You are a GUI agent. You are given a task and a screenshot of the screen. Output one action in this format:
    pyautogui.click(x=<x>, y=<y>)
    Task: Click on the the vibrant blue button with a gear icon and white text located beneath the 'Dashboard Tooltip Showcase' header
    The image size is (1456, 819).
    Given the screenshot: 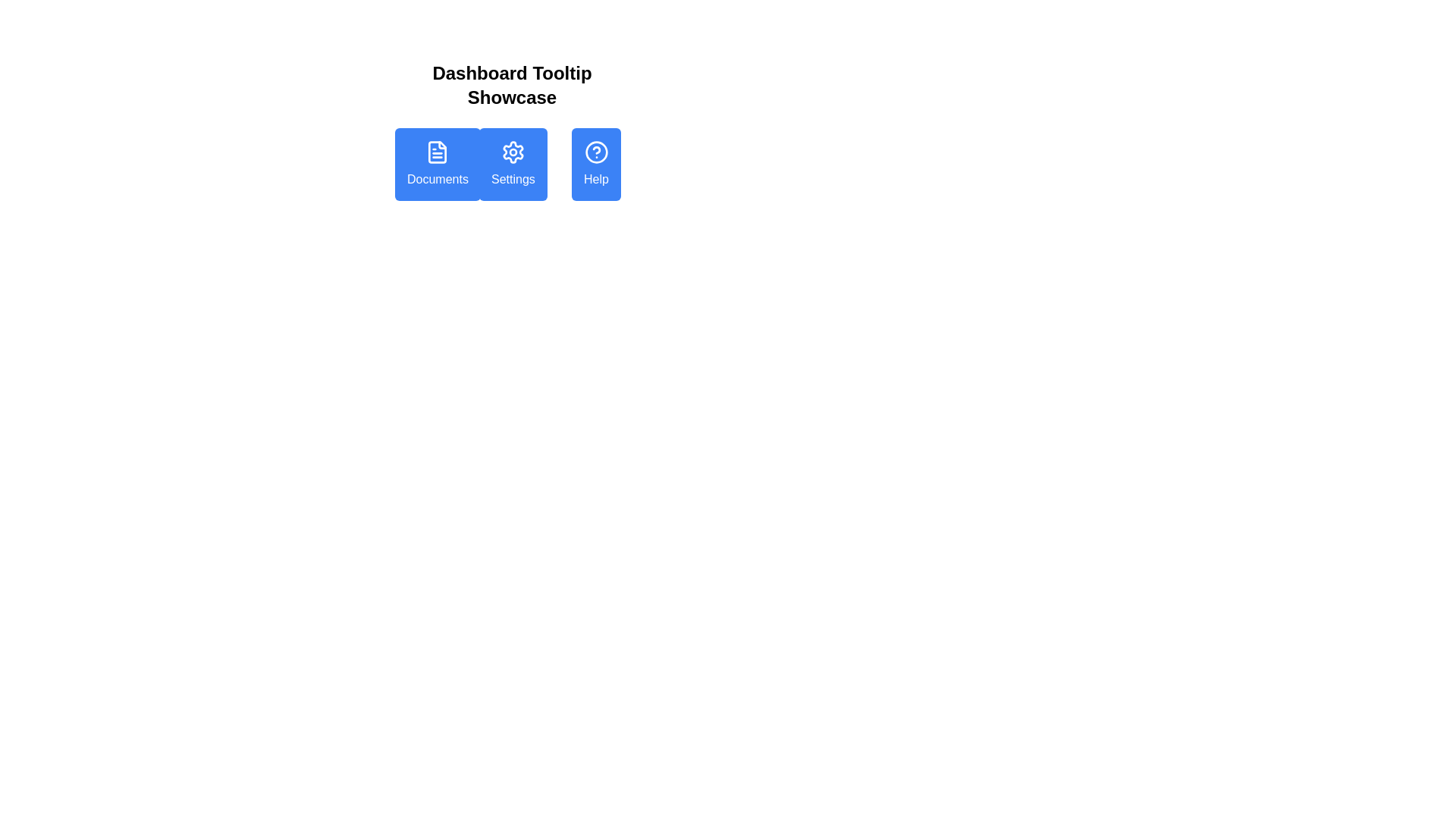 What is the action you would take?
    pyautogui.click(x=512, y=130)
    